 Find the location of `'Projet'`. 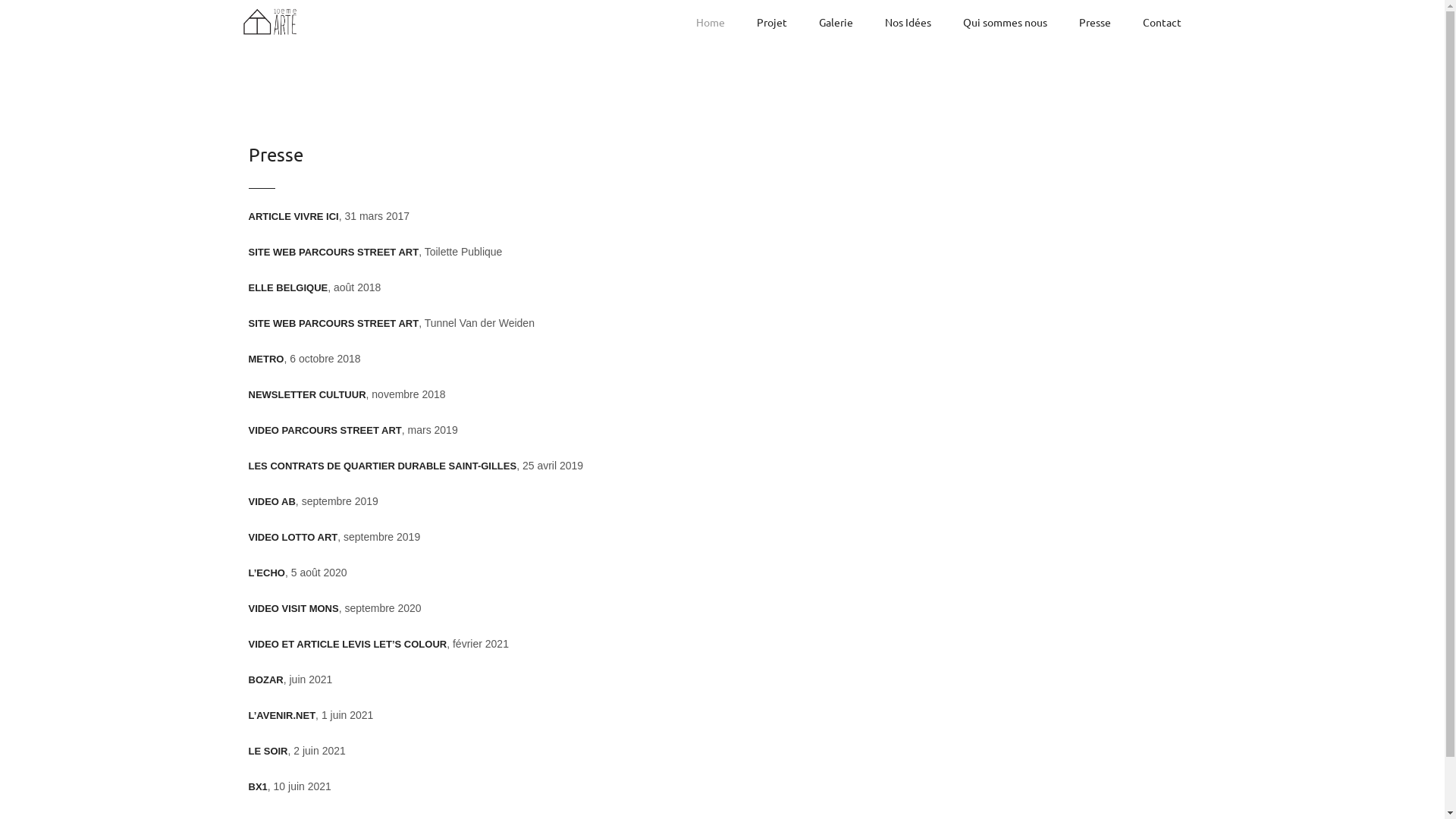

'Projet' is located at coordinates (771, 22).